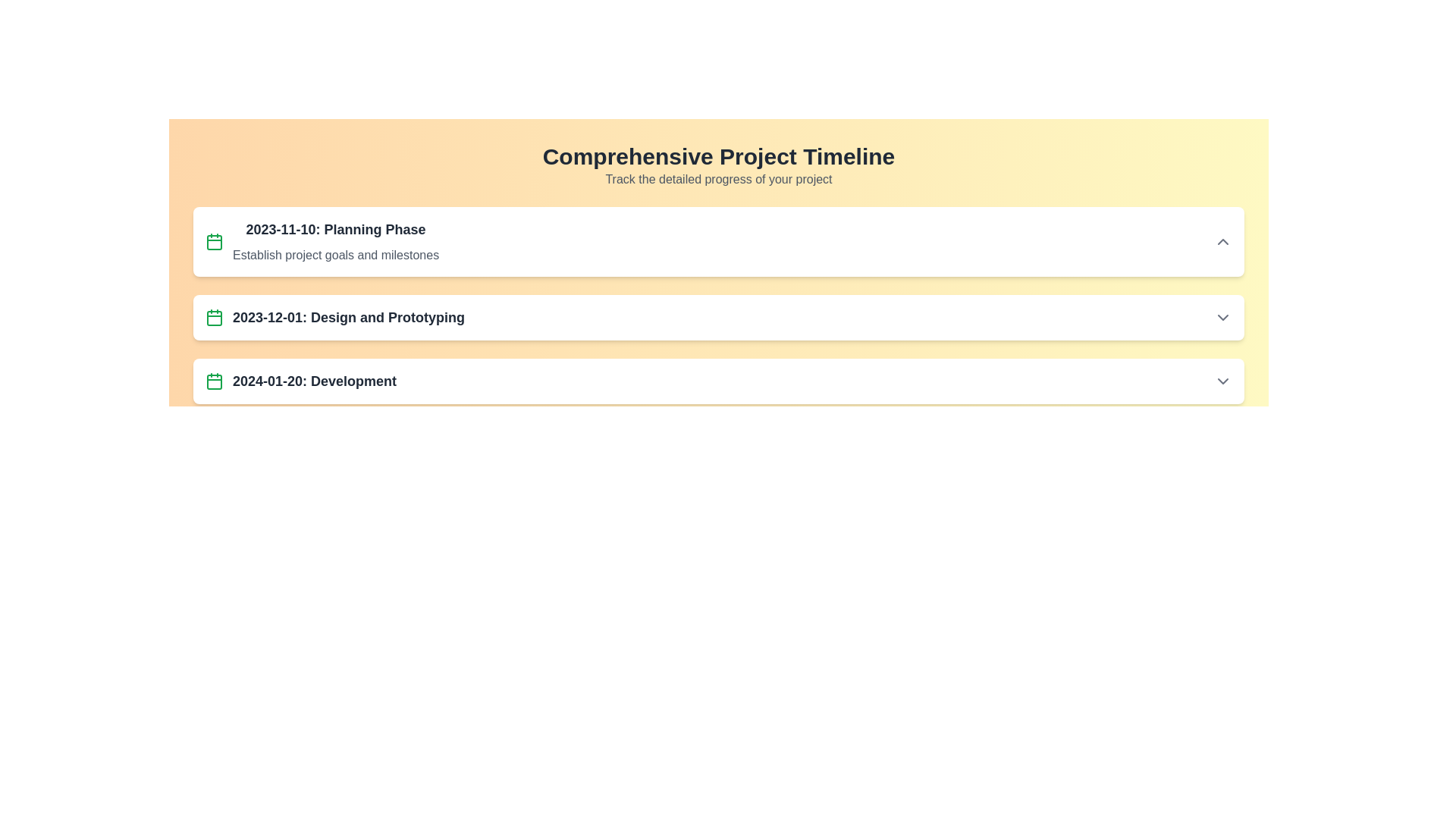 The image size is (1456, 819). What do you see at coordinates (348, 317) in the screenshot?
I see `the text label displaying '2023-12-01: Design and Prototyping' located in the middle of the vertical timeline list` at bounding box center [348, 317].